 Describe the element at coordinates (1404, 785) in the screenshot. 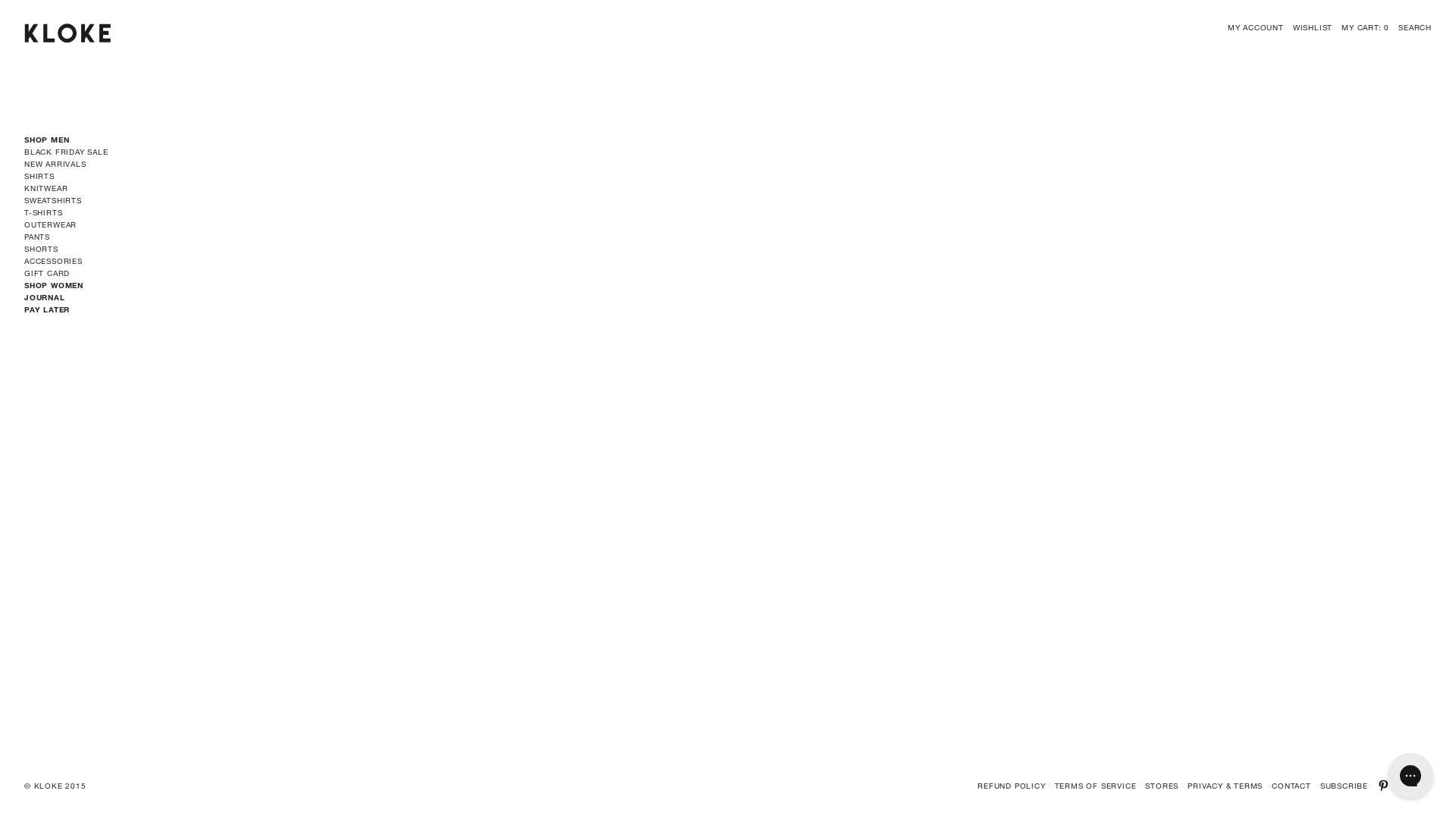

I see `'INSTAGRAM'` at that location.